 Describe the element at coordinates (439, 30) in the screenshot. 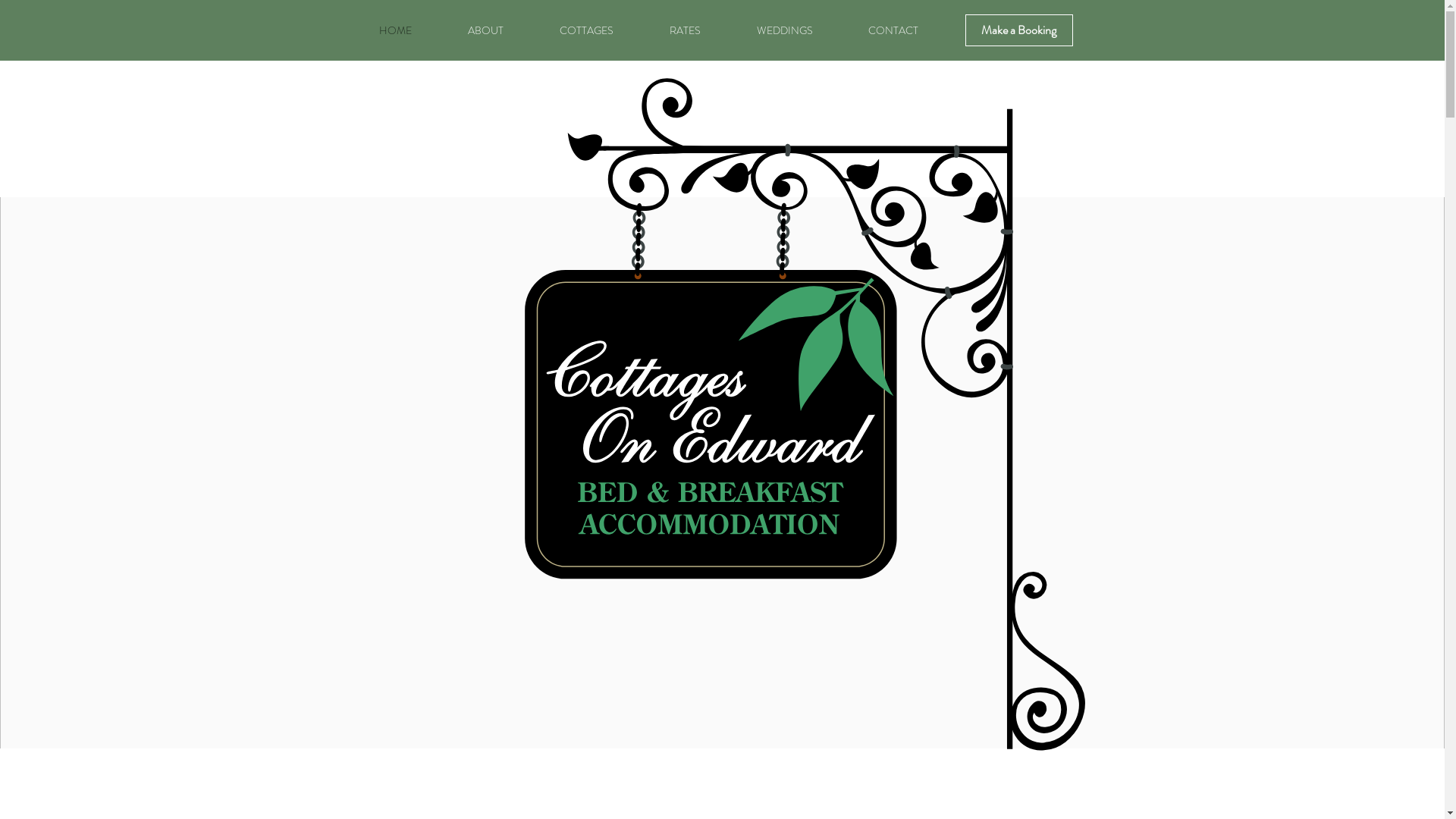

I see `'ABOUT'` at that location.